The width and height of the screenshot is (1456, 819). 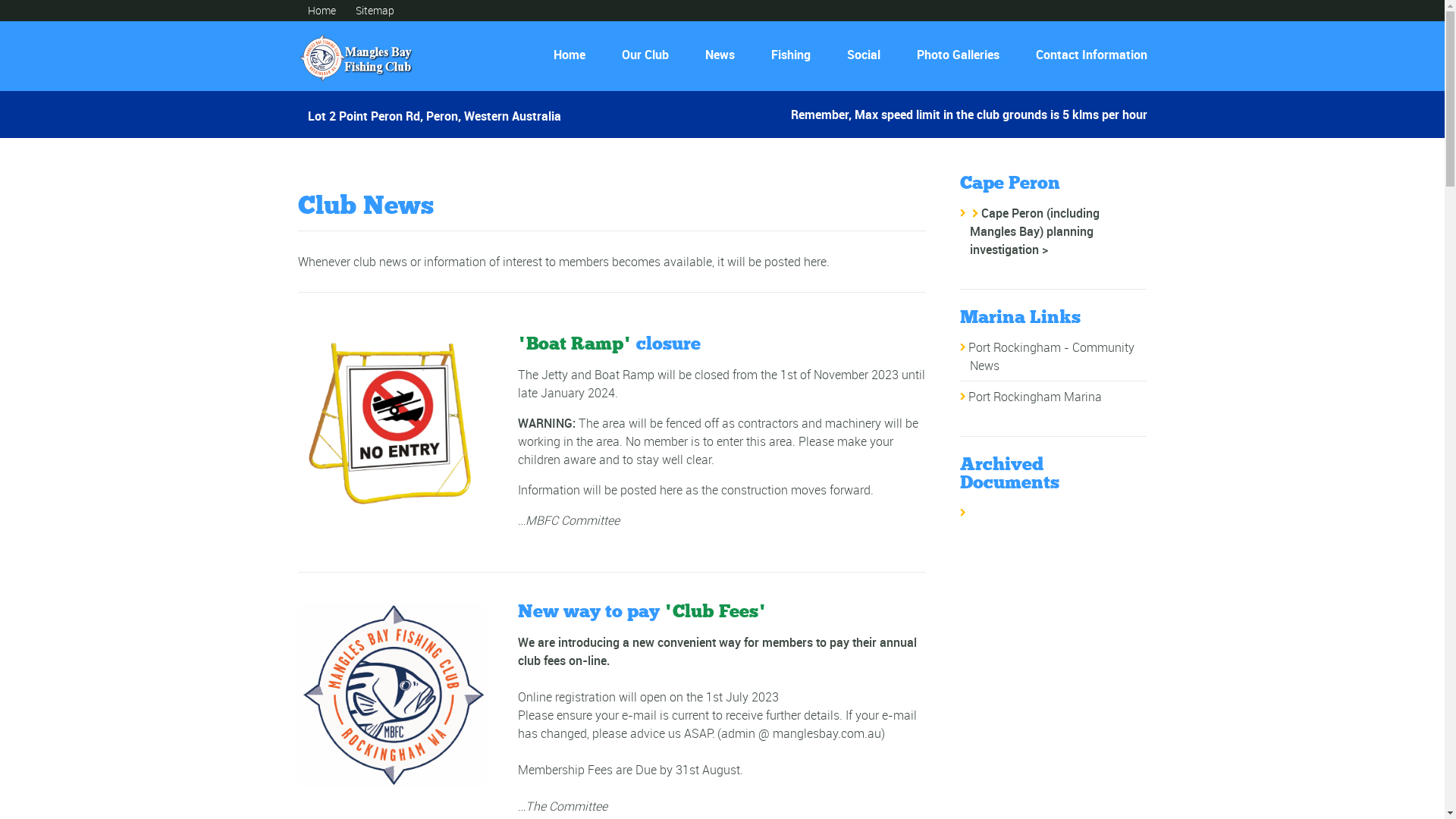 What do you see at coordinates (719, 54) in the screenshot?
I see `'News'` at bounding box center [719, 54].